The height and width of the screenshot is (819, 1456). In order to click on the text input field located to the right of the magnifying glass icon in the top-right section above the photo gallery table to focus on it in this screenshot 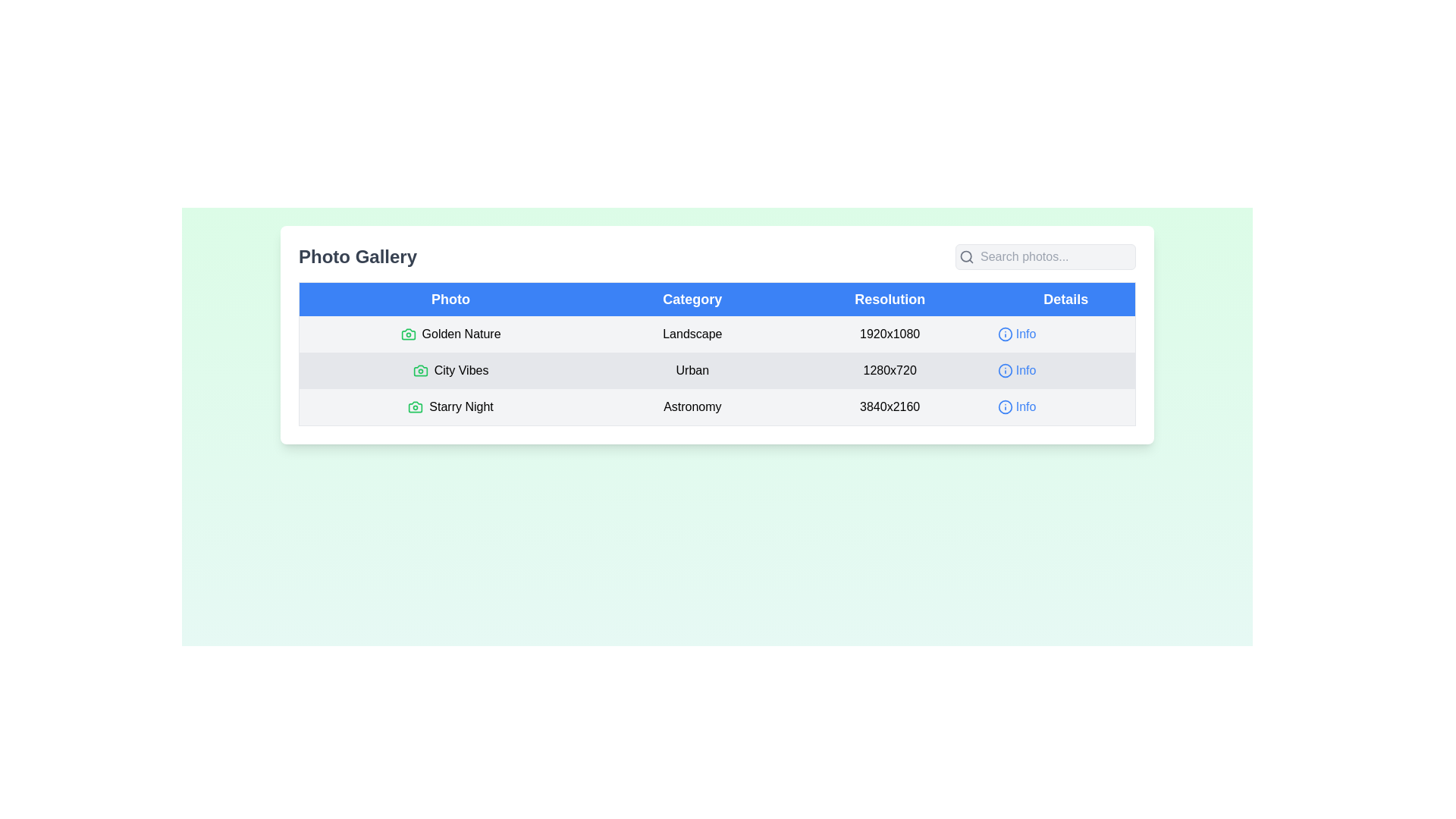, I will do `click(1055, 256)`.